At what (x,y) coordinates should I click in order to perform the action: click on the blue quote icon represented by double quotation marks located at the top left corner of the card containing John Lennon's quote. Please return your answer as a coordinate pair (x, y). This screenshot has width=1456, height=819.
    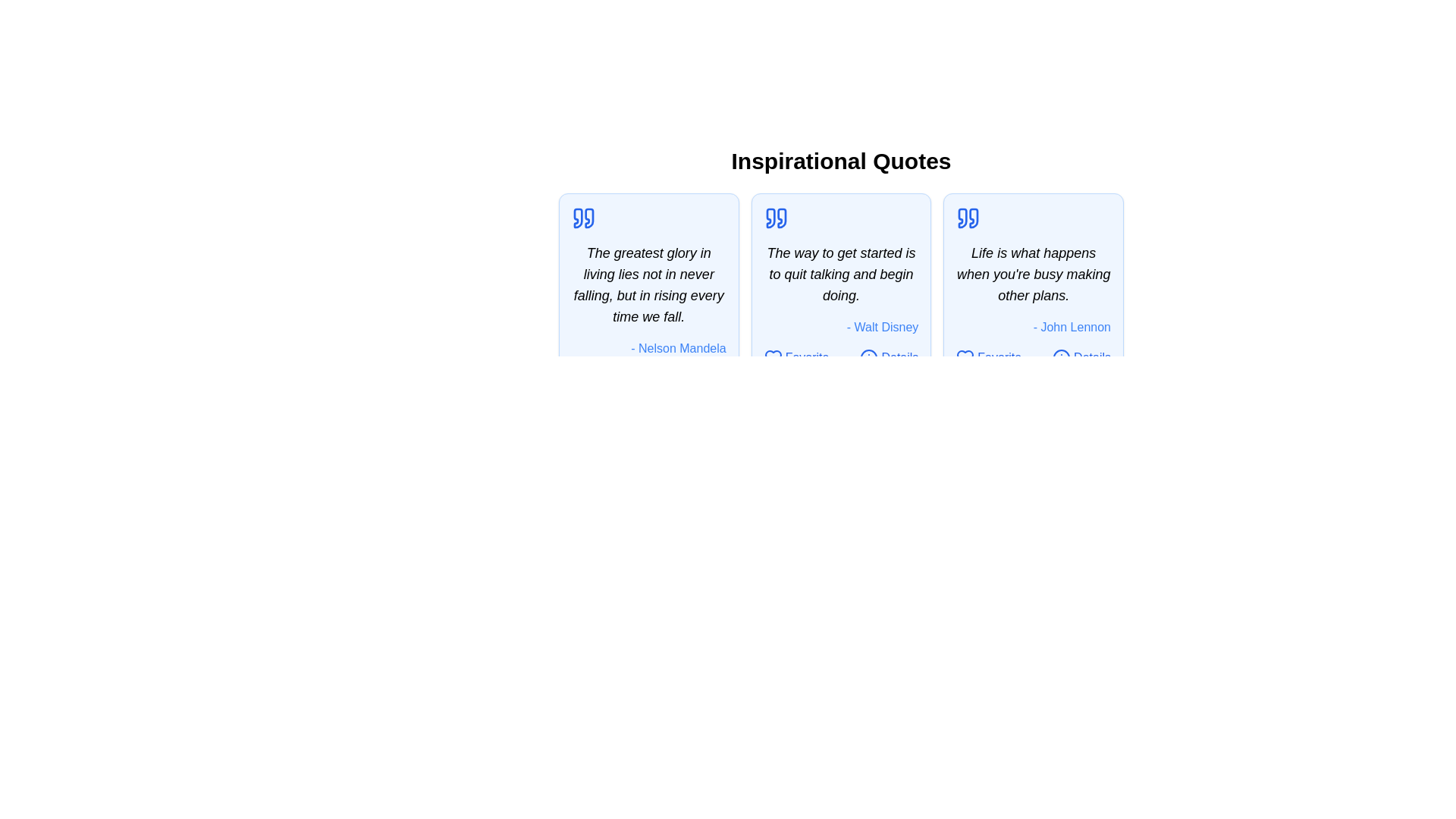
    Looking at the image, I should click on (968, 218).